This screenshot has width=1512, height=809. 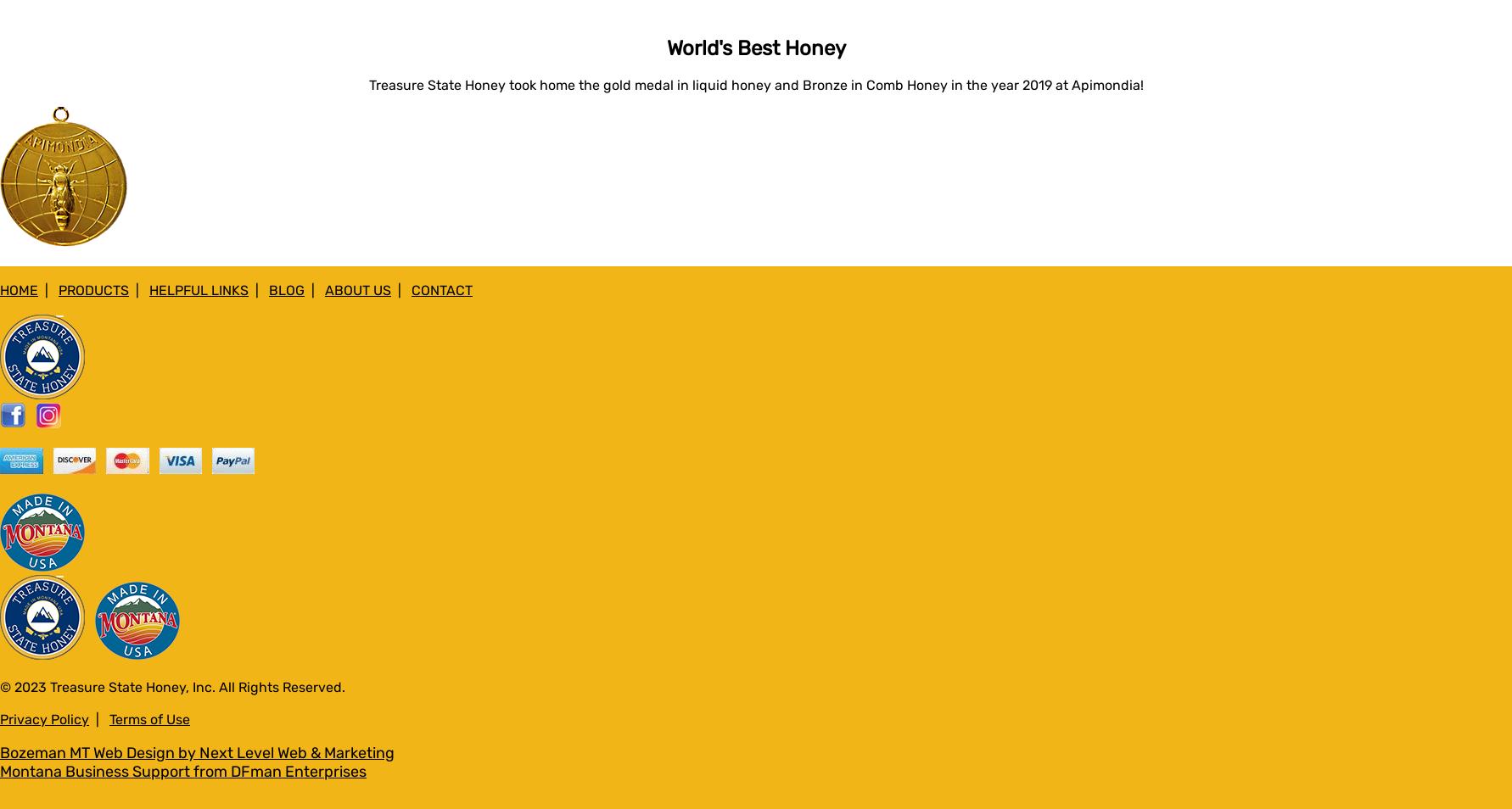 What do you see at coordinates (172, 686) in the screenshot?
I see `'© 2023 Treasure State Honey, Inc. All Rights Reserved.'` at bounding box center [172, 686].